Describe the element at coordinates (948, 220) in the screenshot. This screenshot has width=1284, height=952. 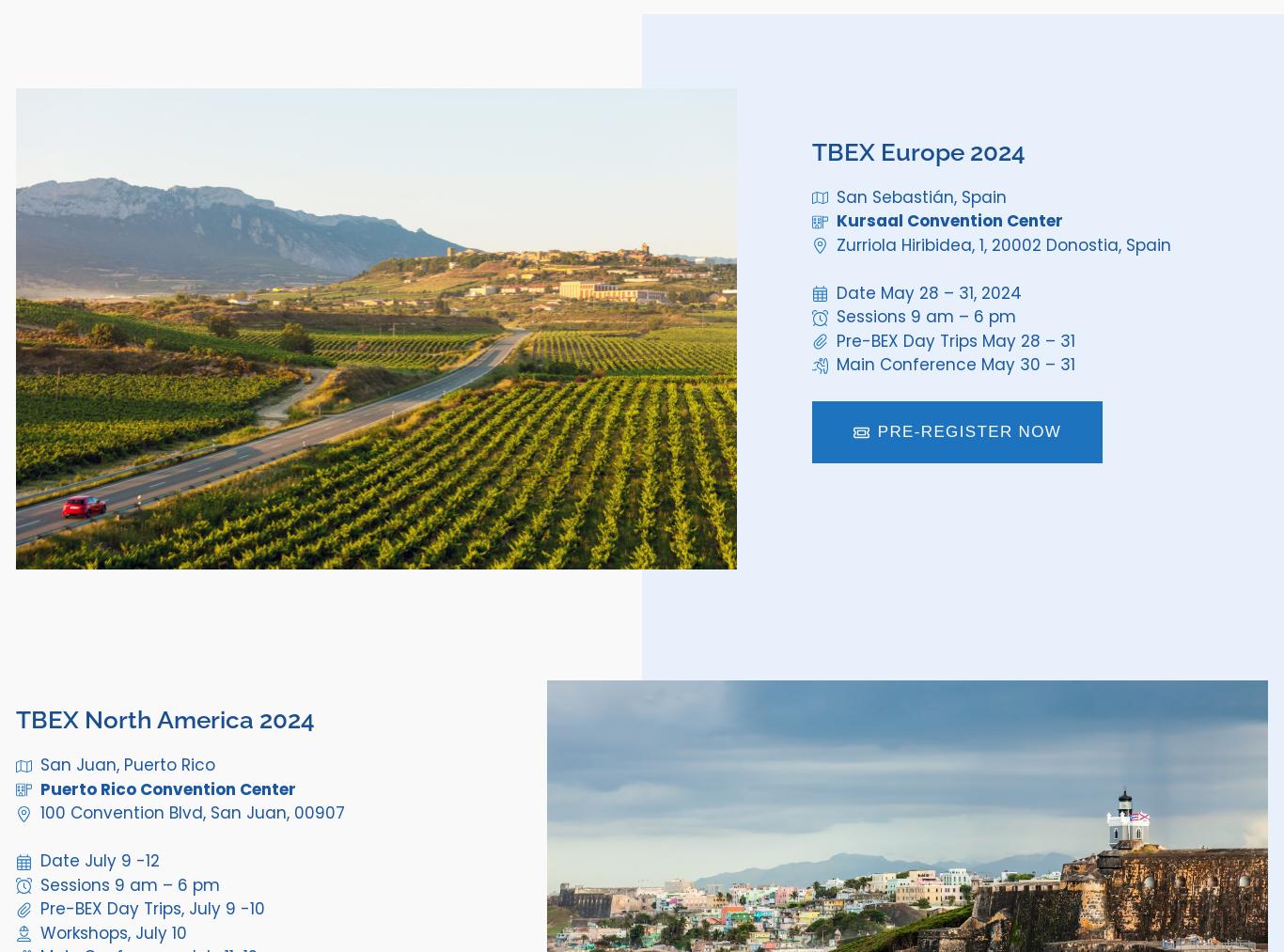
I see `'Kursaal Convention Center'` at that location.